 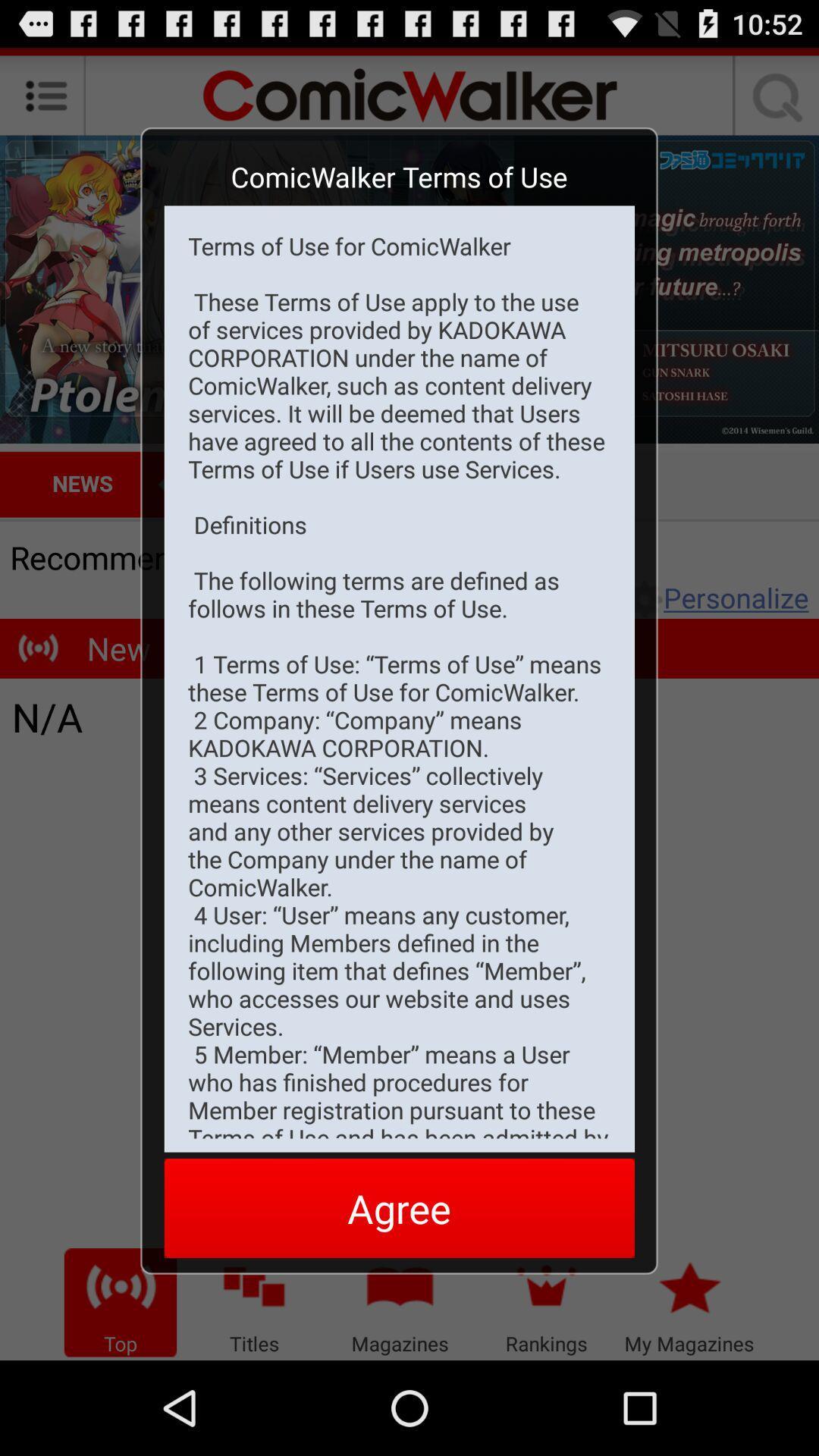 What do you see at coordinates (398, 1207) in the screenshot?
I see `item below terms of use item` at bounding box center [398, 1207].